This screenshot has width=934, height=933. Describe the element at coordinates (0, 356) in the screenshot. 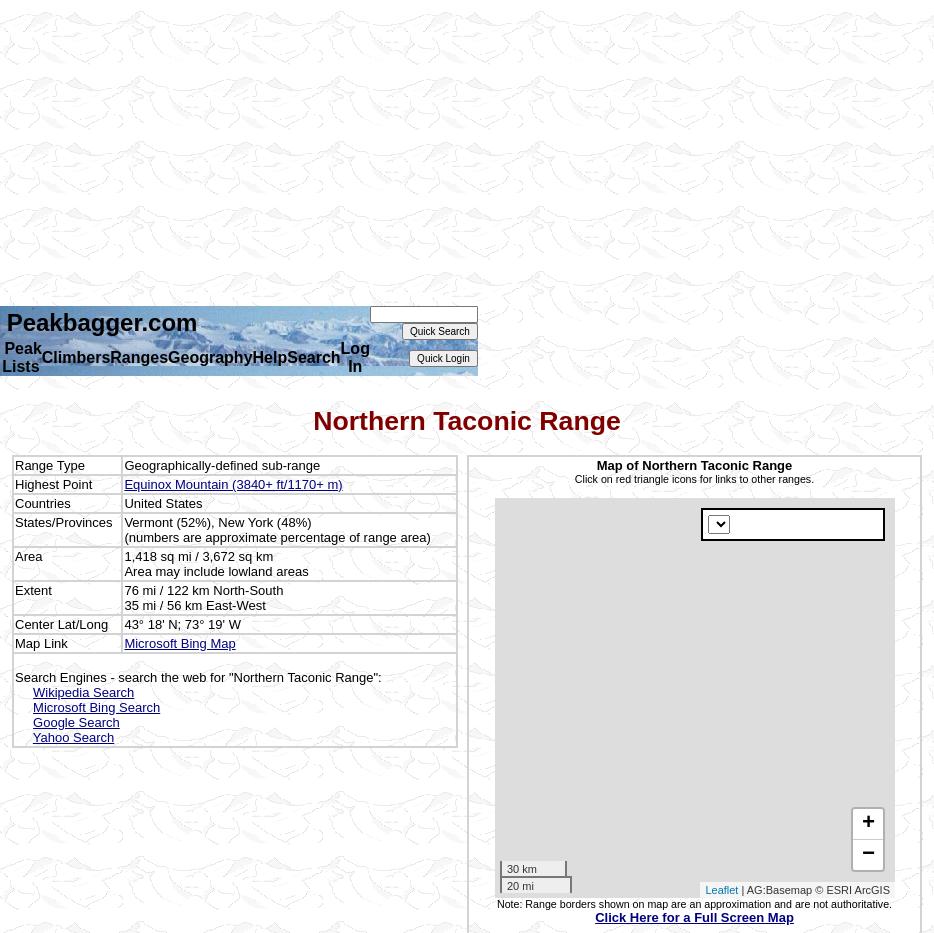

I see `'Peak Lists'` at that location.